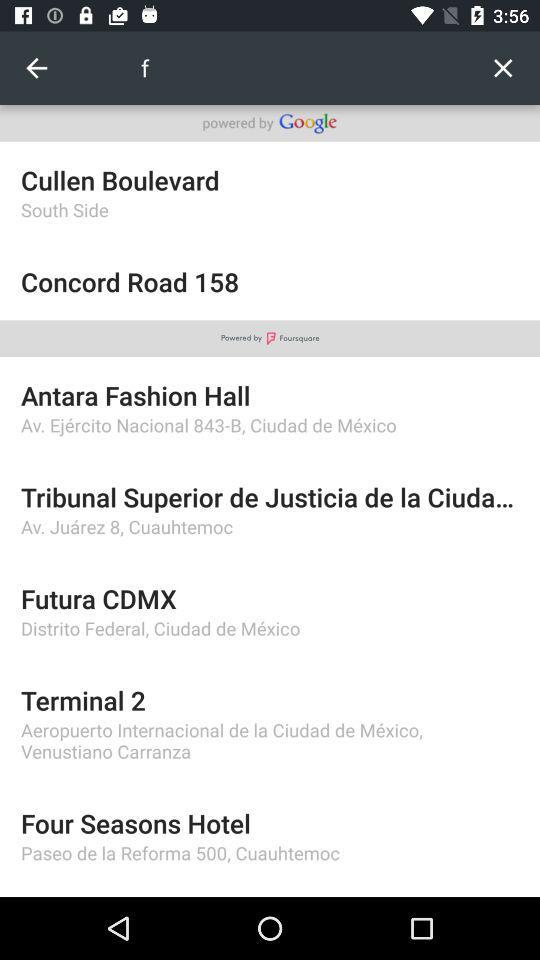 The height and width of the screenshot is (960, 540). What do you see at coordinates (270, 598) in the screenshot?
I see `the futura cdmx` at bounding box center [270, 598].